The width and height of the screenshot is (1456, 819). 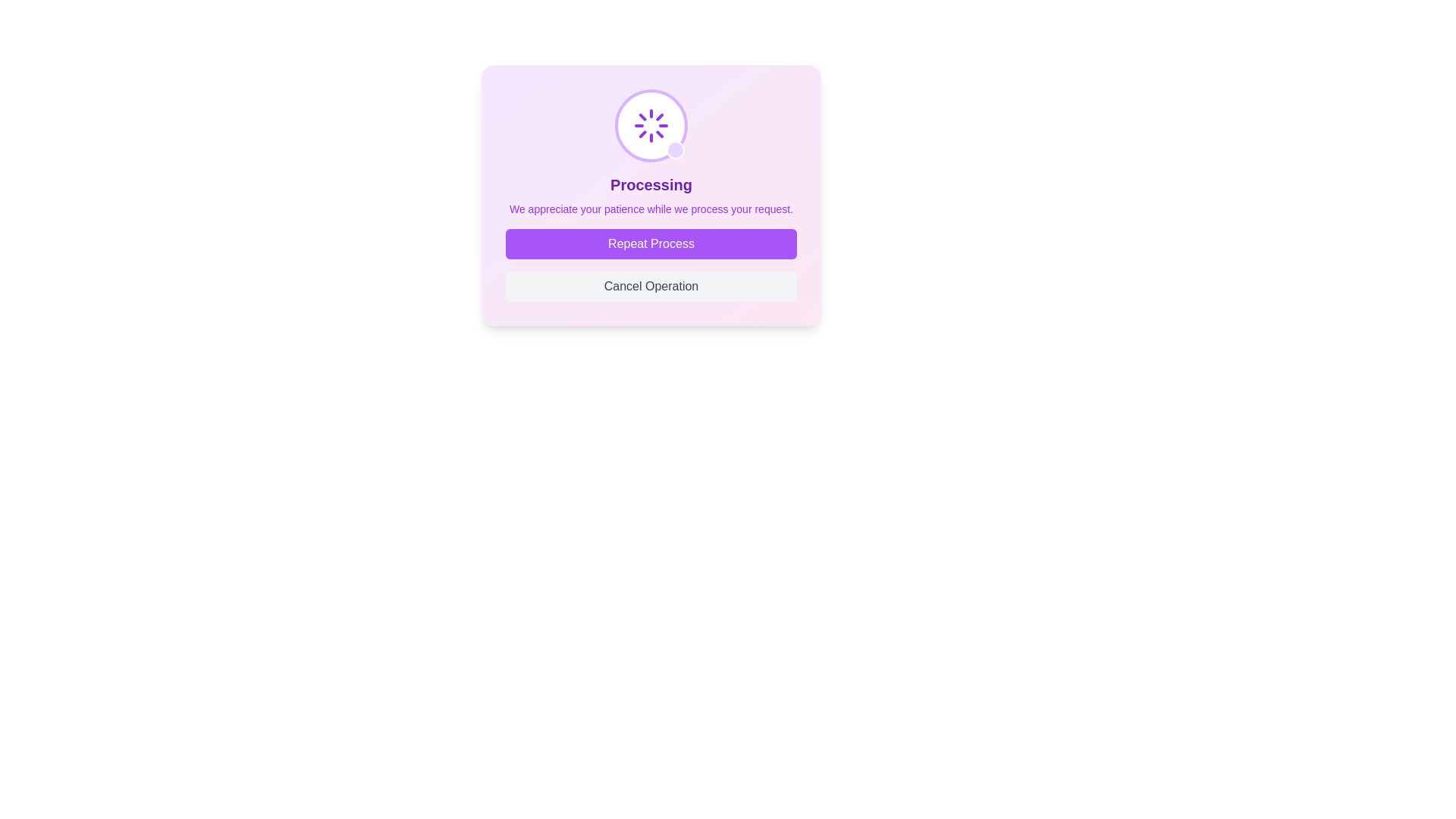 What do you see at coordinates (651, 124) in the screenshot?
I see `the animated loader icon, which is a spinning cogwheel styled in purple, located near the top of the card layout above the text 'Processing'` at bounding box center [651, 124].